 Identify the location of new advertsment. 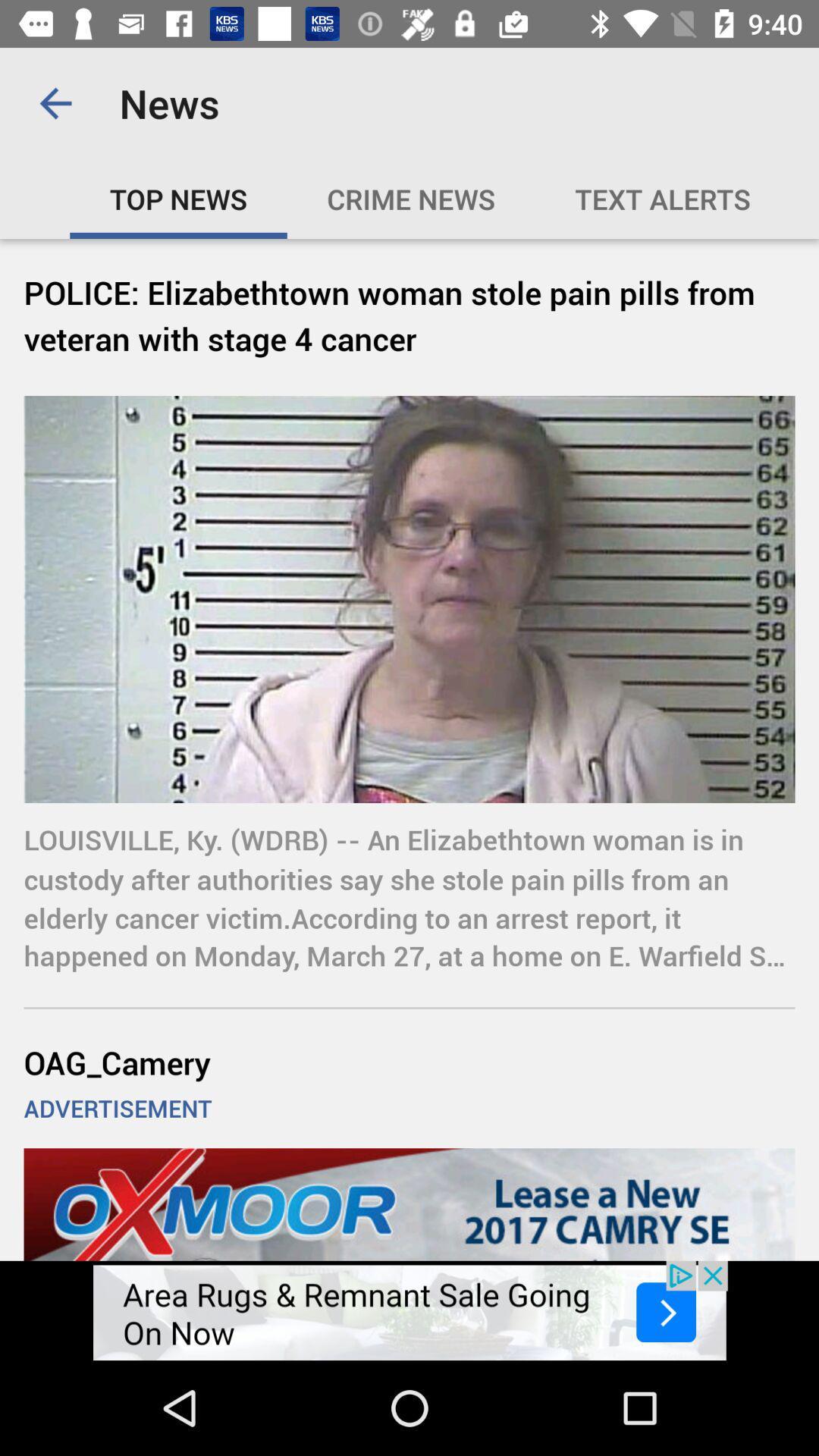
(409, 1310).